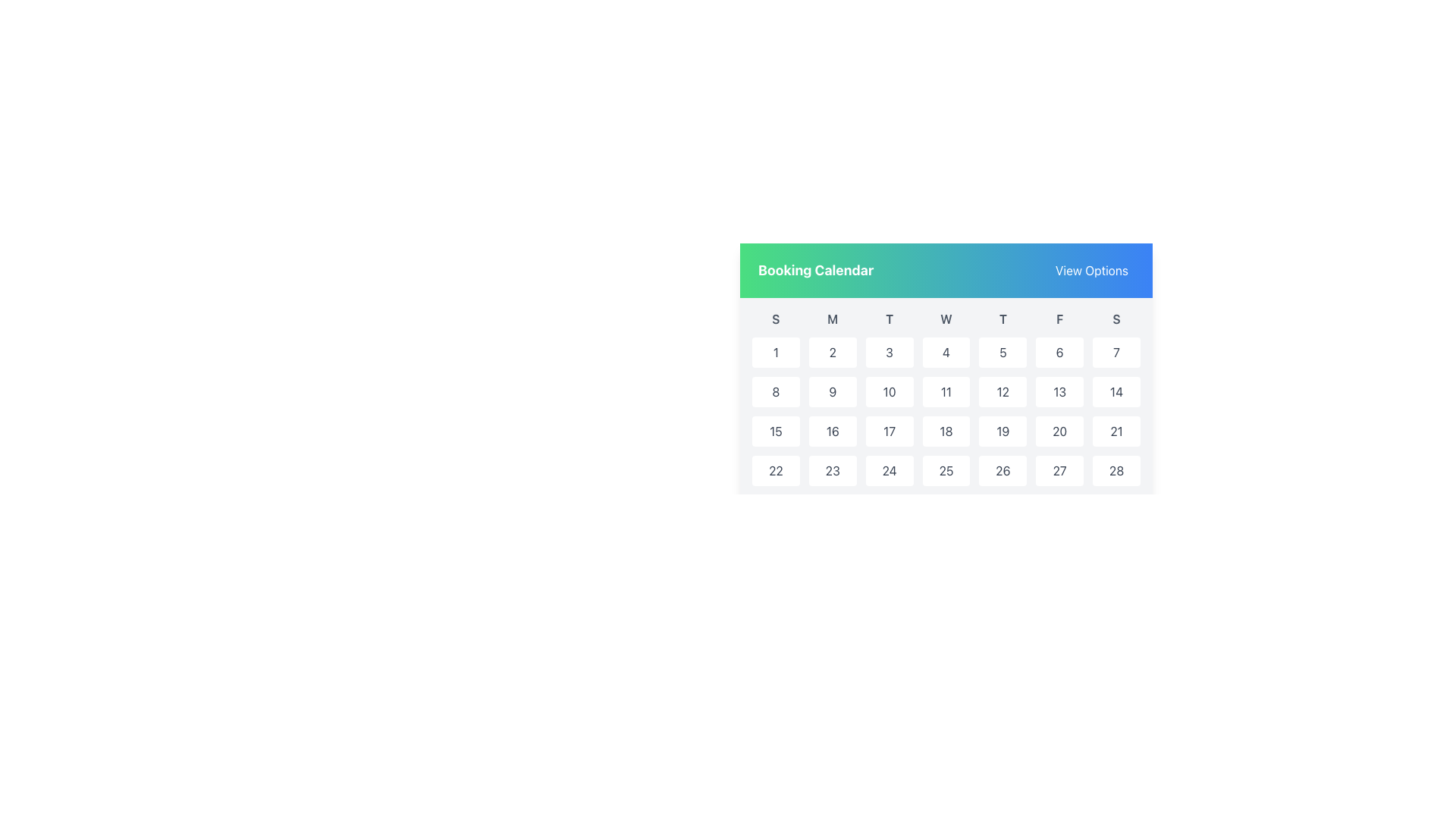 This screenshot has width=1456, height=819. I want to click on the Calendar day button representing the 26th day in the Booking Calendar, so click(1003, 470).